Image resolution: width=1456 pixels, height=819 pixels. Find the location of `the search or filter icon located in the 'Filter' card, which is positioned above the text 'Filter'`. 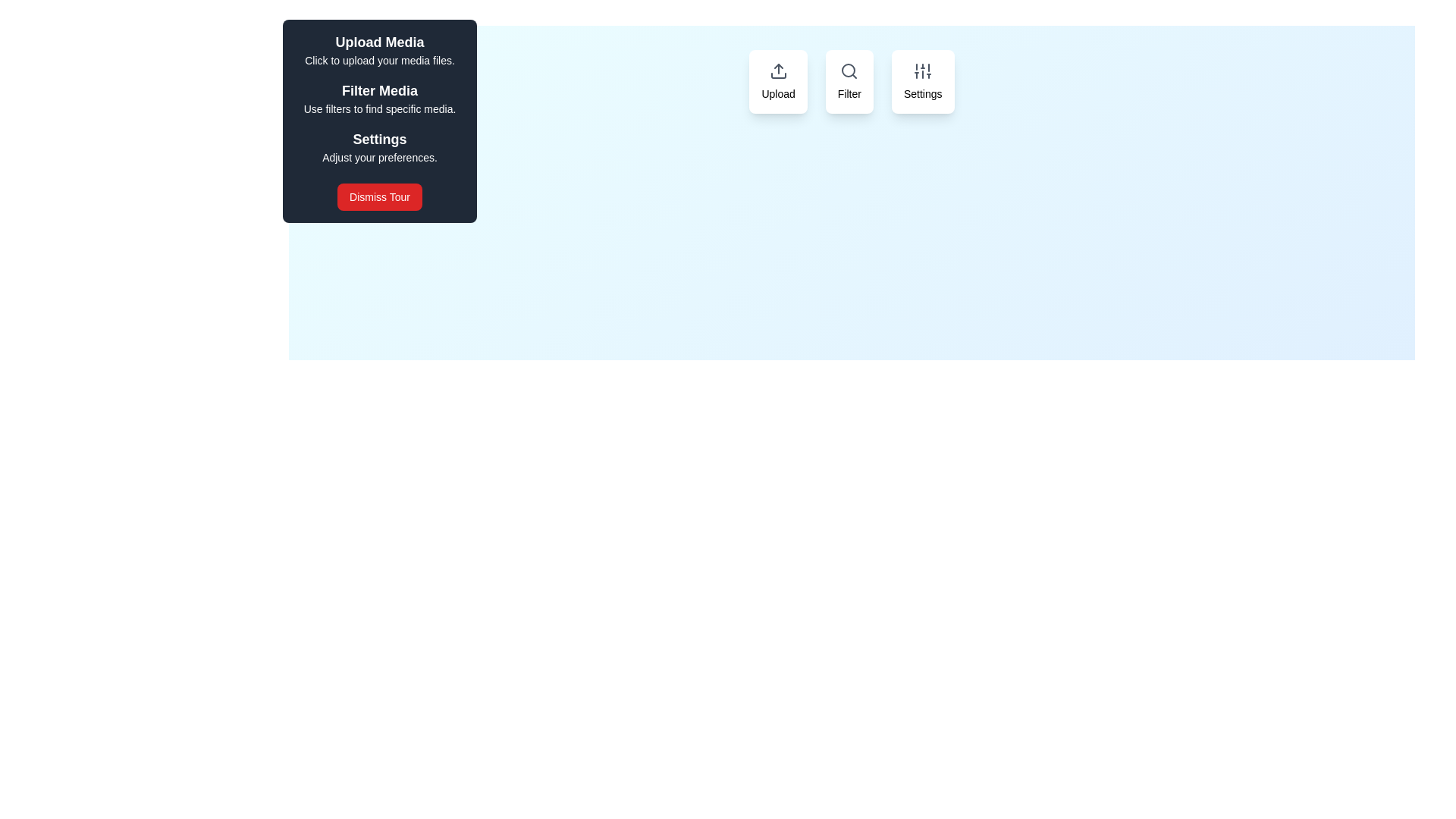

the search or filter icon located in the 'Filter' card, which is positioned above the text 'Filter' is located at coordinates (849, 71).